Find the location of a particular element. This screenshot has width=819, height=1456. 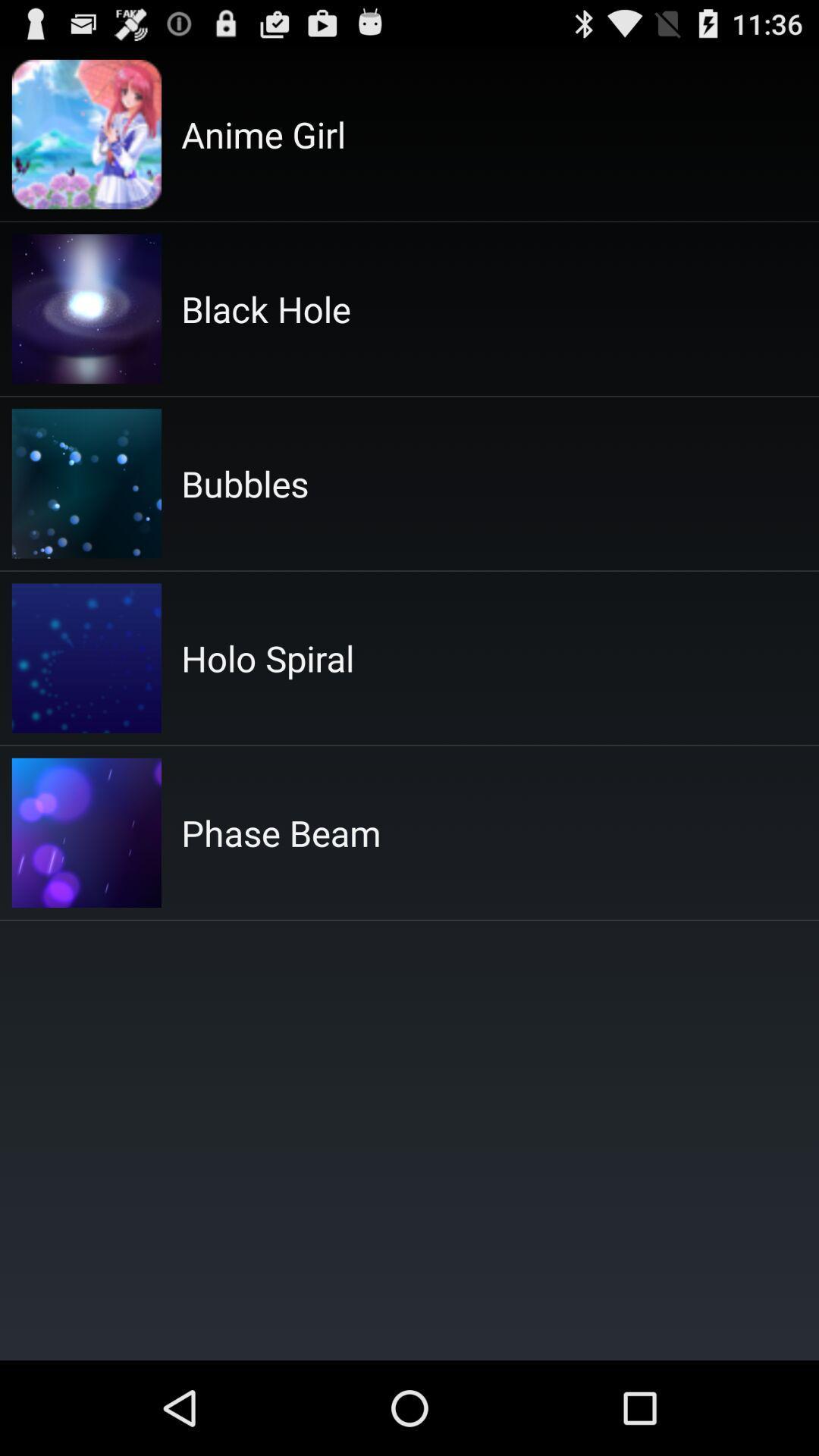

the icon below the black hole item is located at coordinates (244, 482).